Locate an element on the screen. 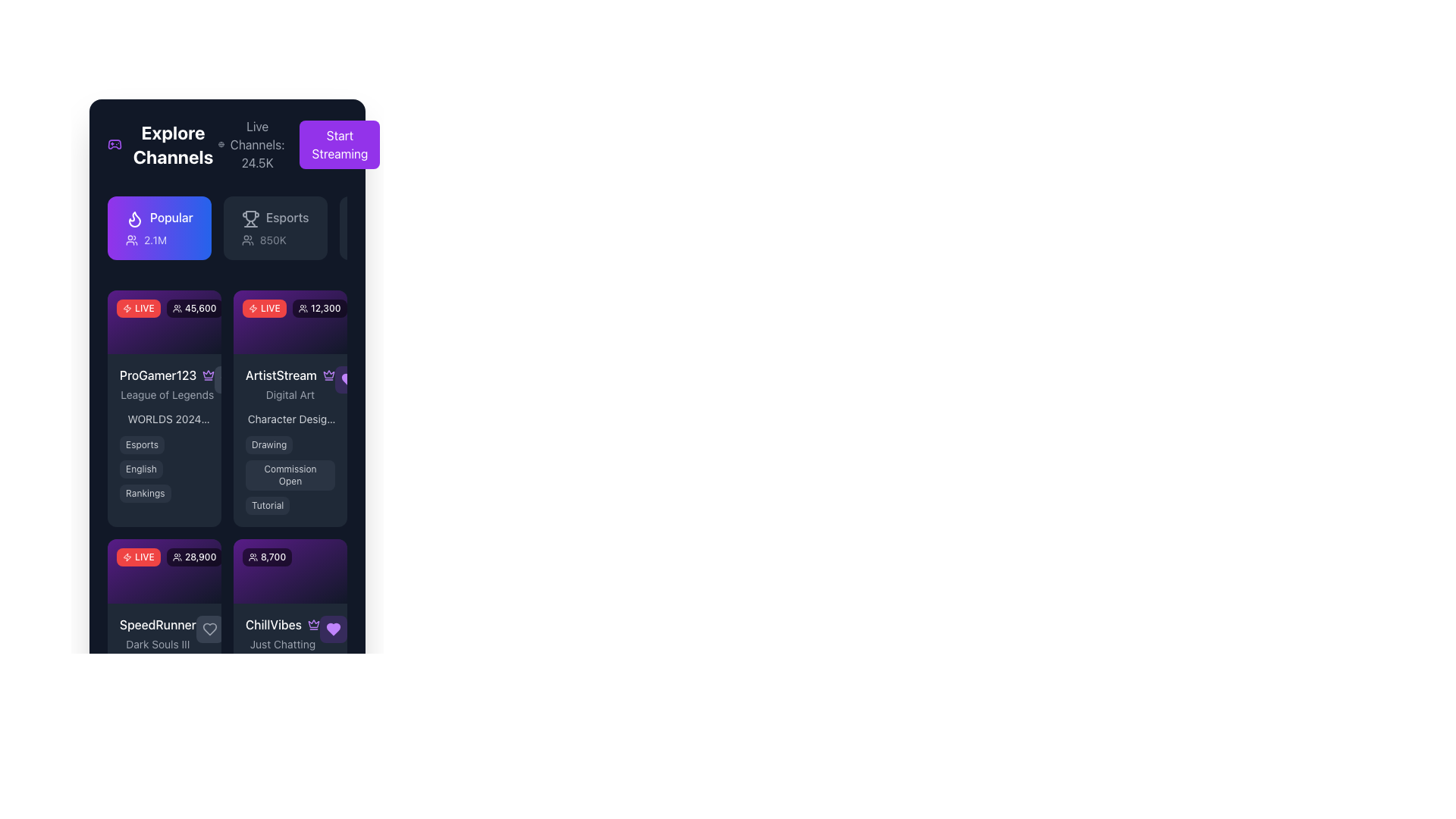 This screenshot has height=819, width=1456. the Live indicator with viewer count in the bottom-left corner of the second row of content cards to potentially reveal additional details is located at coordinates (169, 557).